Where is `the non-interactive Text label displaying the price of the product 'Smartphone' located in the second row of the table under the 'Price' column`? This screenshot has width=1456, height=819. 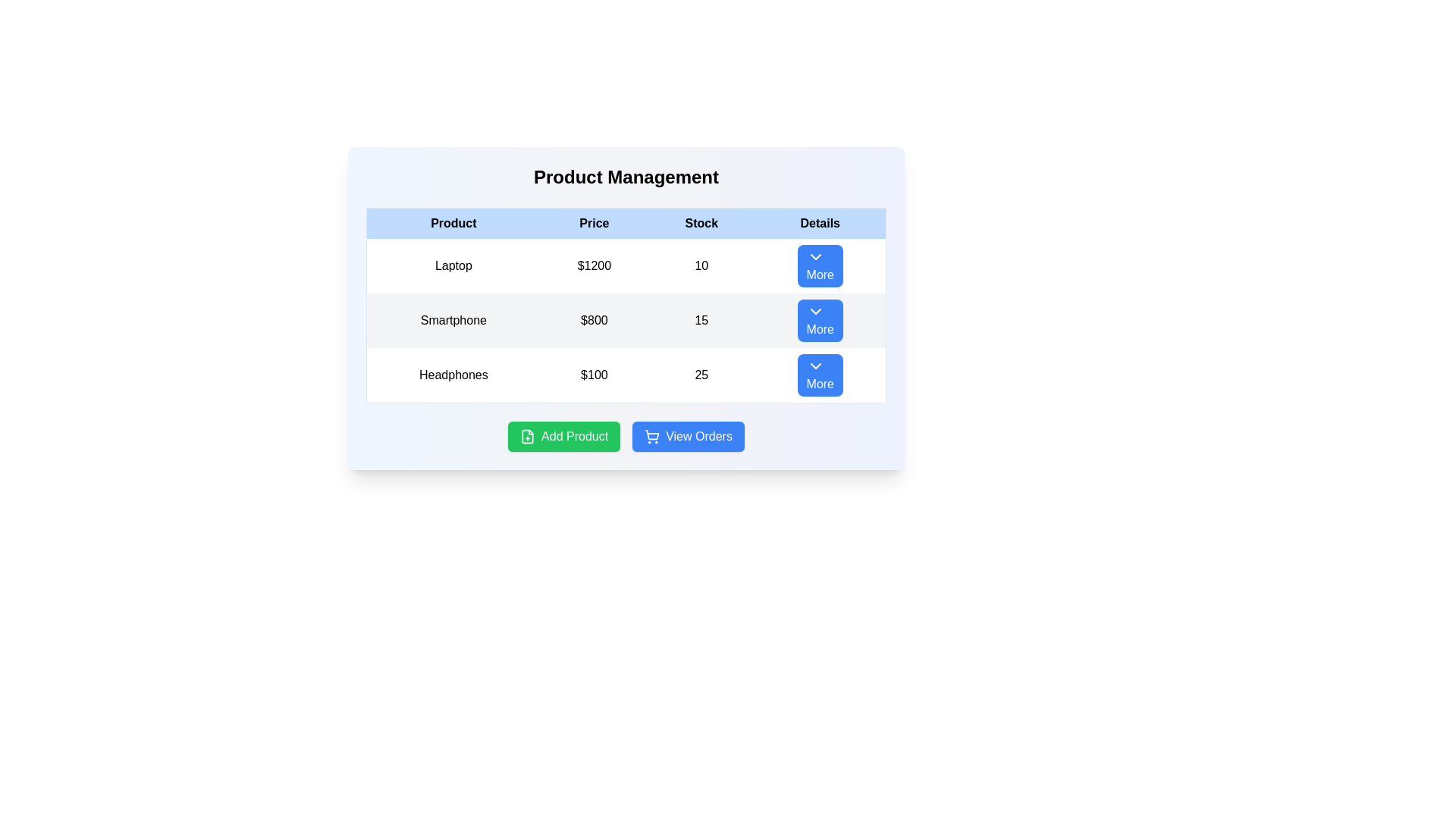 the non-interactive Text label displaying the price of the product 'Smartphone' located in the second row of the table under the 'Price' column is located at coordinates (593, 320).